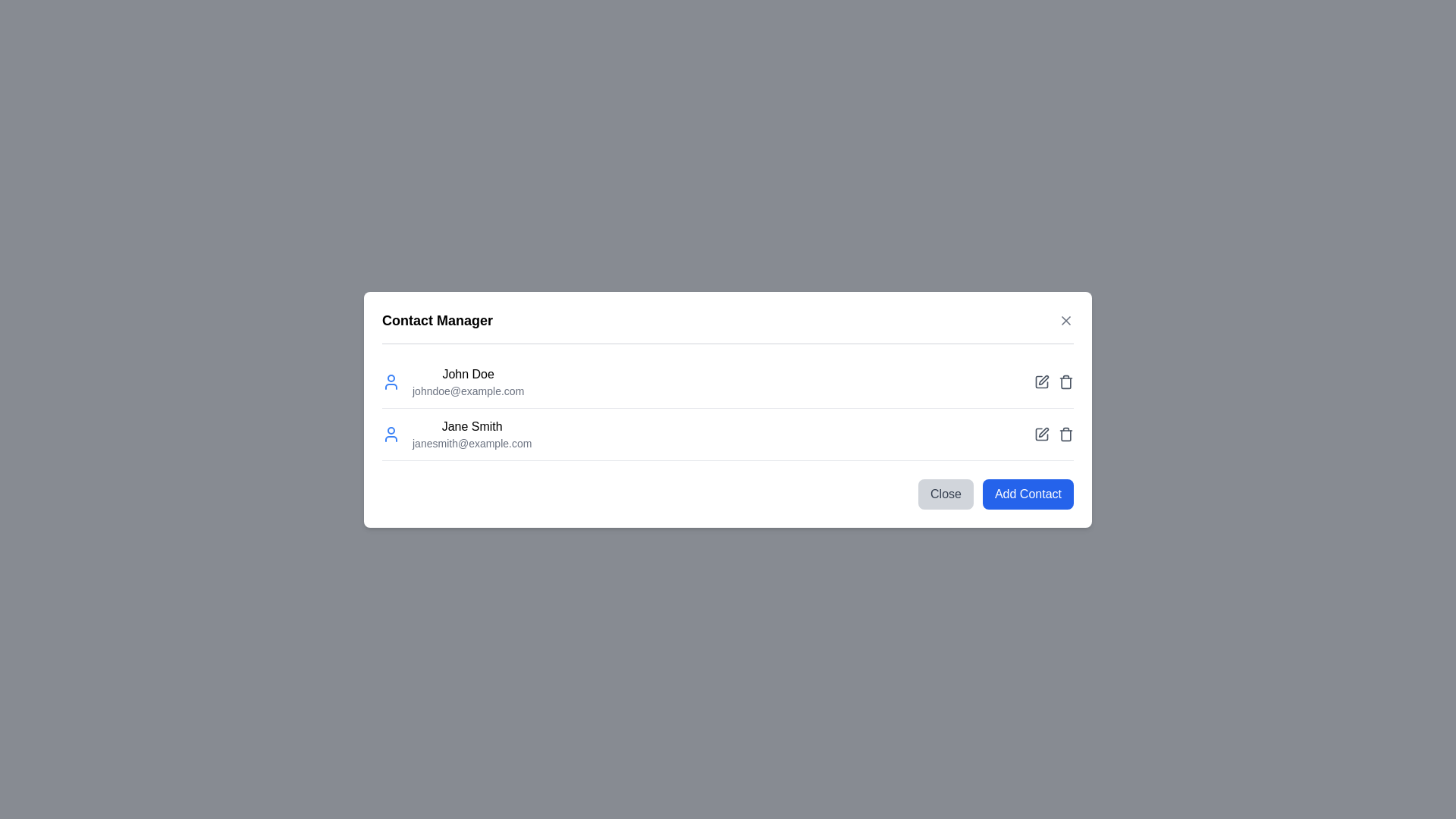  I want to click on the contact name displayed as static text, which is located before the email 'janesmith@example.com' in the contact management interface, so click(471, 426).